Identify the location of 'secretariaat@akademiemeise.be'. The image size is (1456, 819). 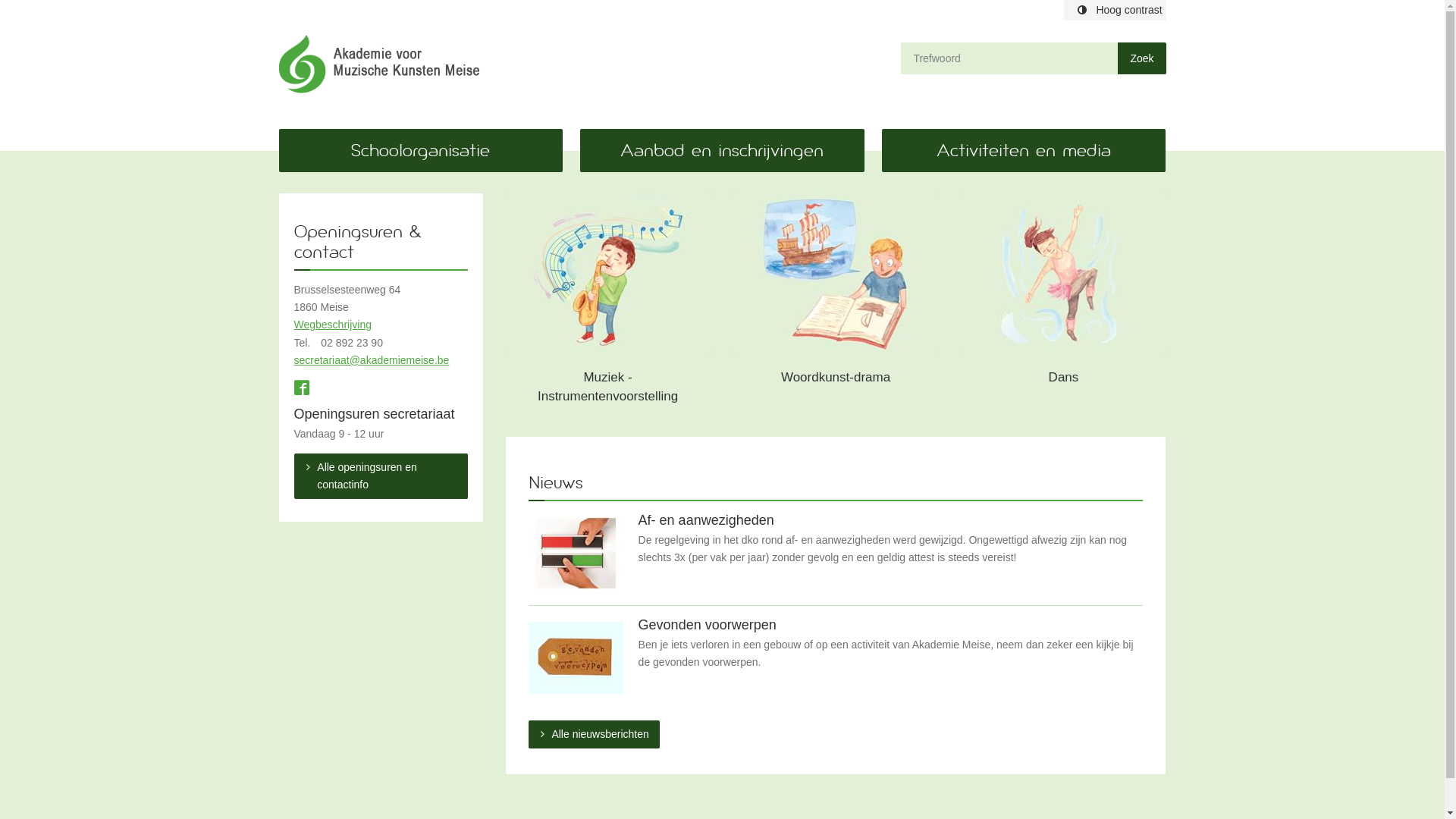
(294, 359).